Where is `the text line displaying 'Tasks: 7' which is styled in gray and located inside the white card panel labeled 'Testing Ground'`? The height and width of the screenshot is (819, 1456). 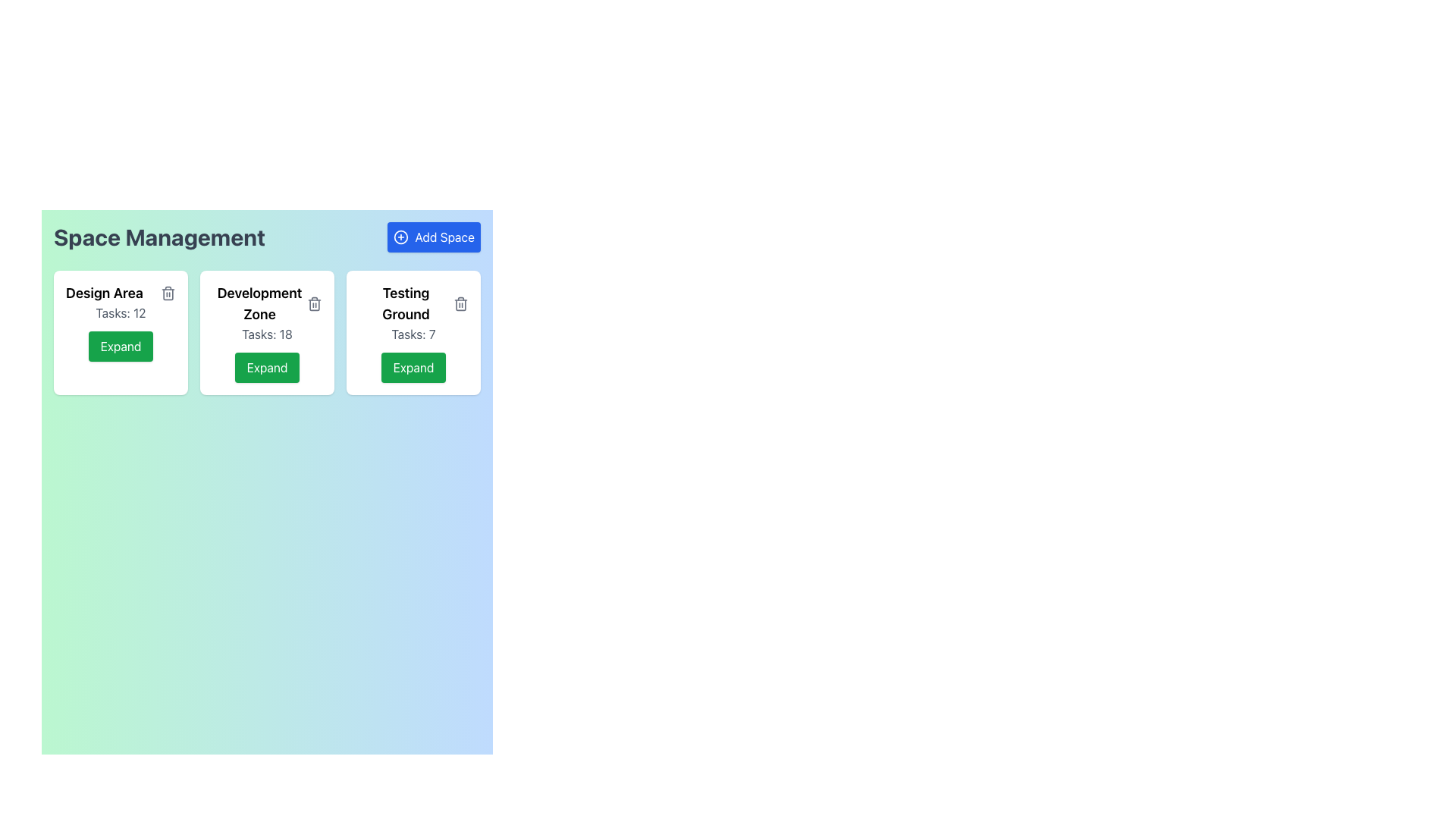
the text line displaying 'Tasks: 7' which is styled in gray and located inside the white card panel labeled 'Testing Ground' is located at coordinates (413, 333).